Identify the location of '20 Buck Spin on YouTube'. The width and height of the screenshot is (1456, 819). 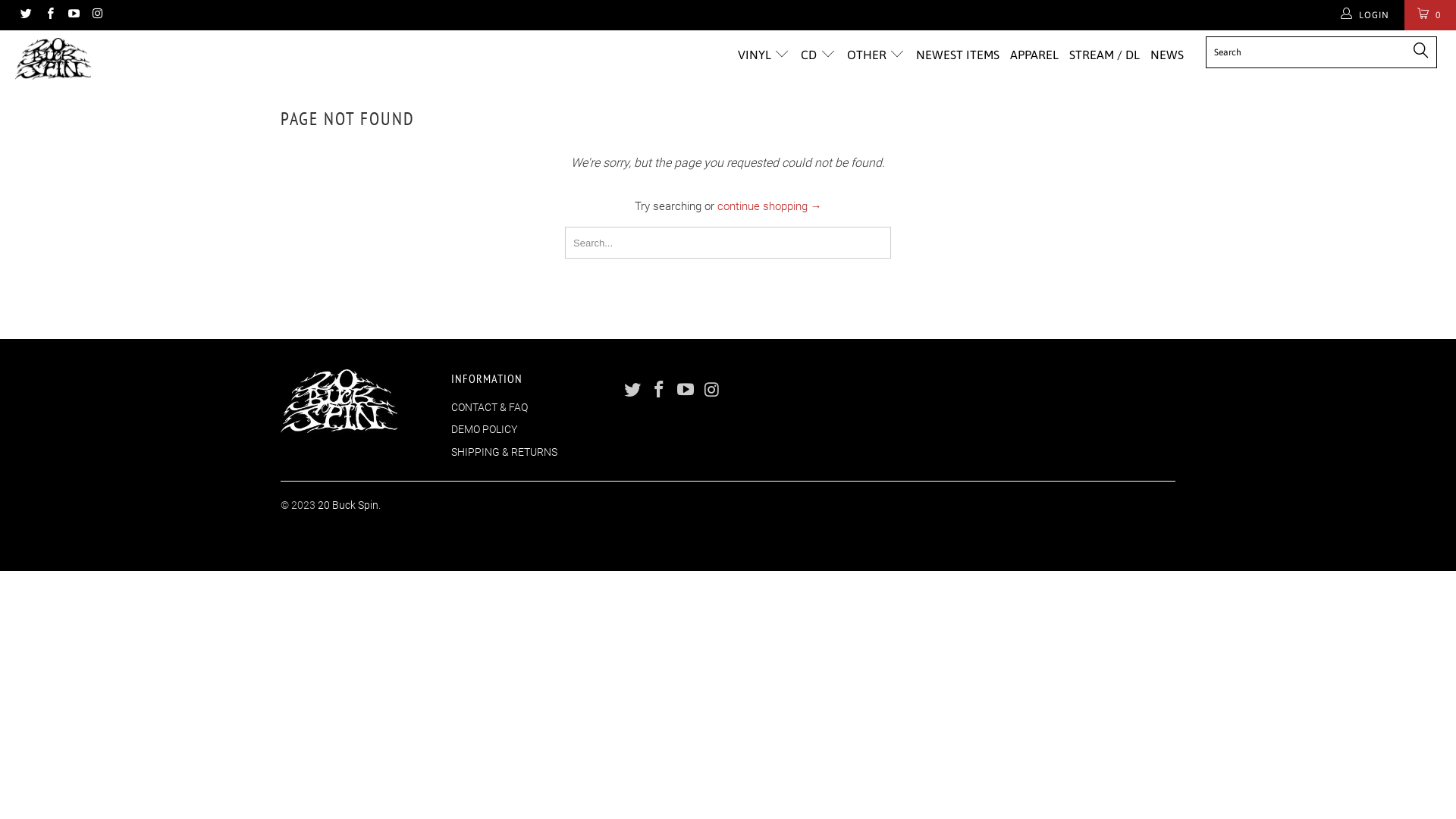
(684, 390).